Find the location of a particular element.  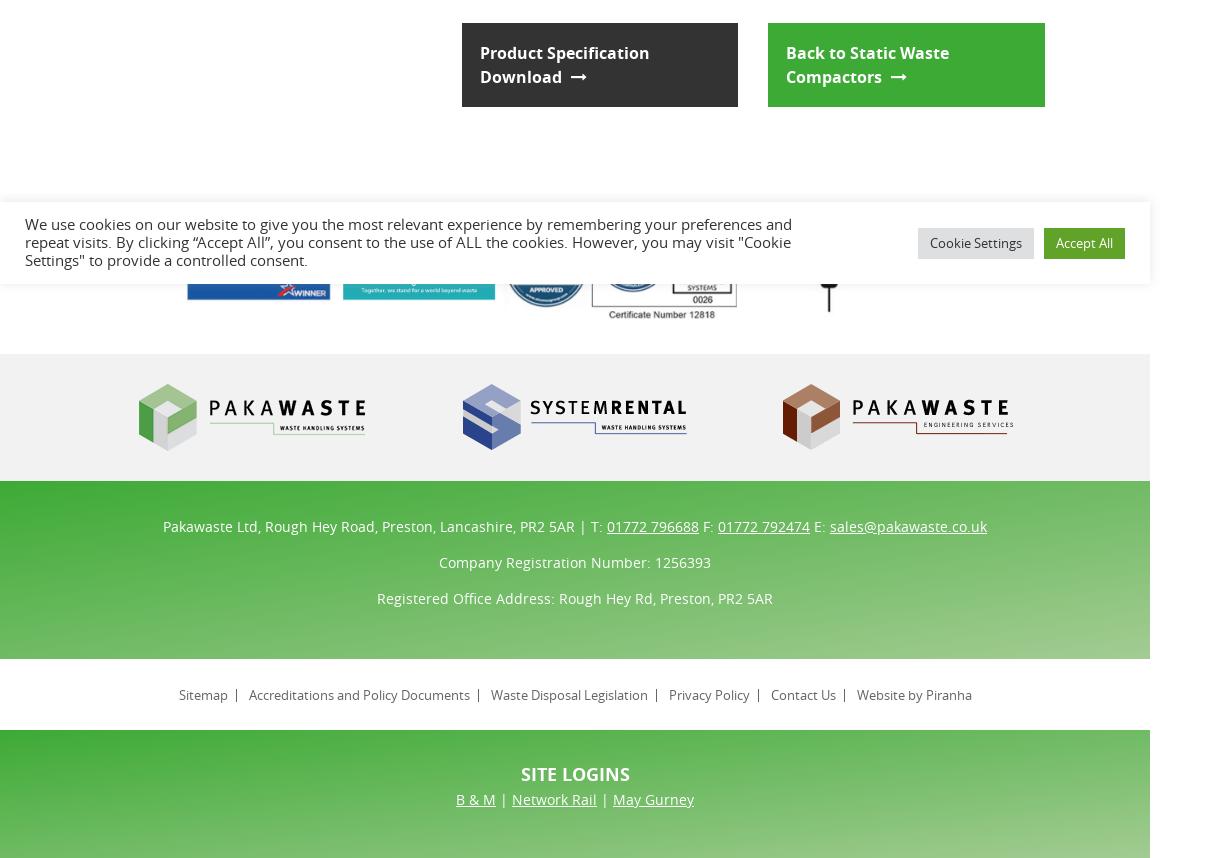

'Registered Office Address: Rough Hey Rd, Preston, PR2 5AR' is located at coordinates (574, 596).